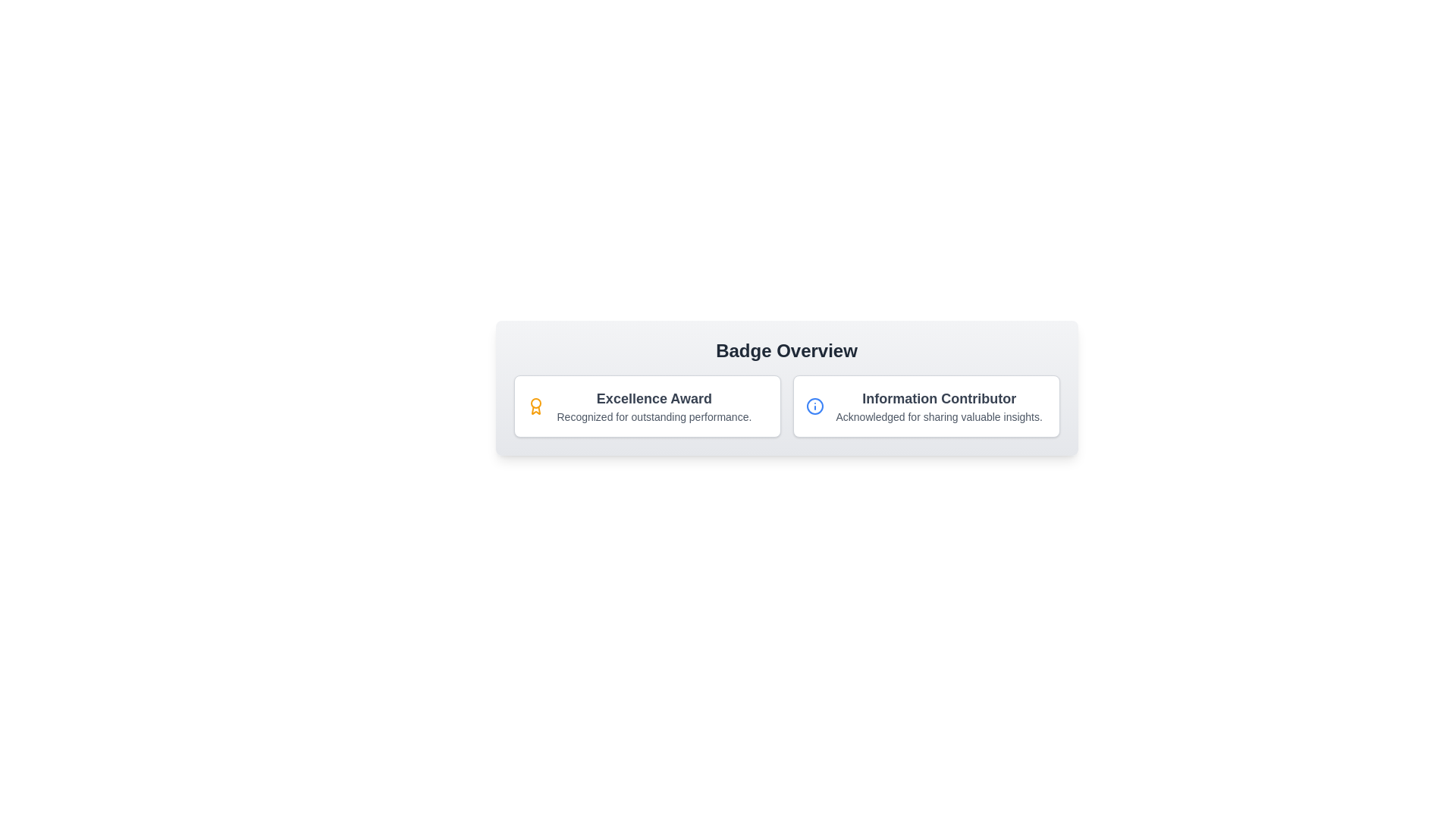  I want to click on text saying 'Recognized for outstanding performance.' located below the 'Excellence Award' title in the badge card, so click(654, 417).